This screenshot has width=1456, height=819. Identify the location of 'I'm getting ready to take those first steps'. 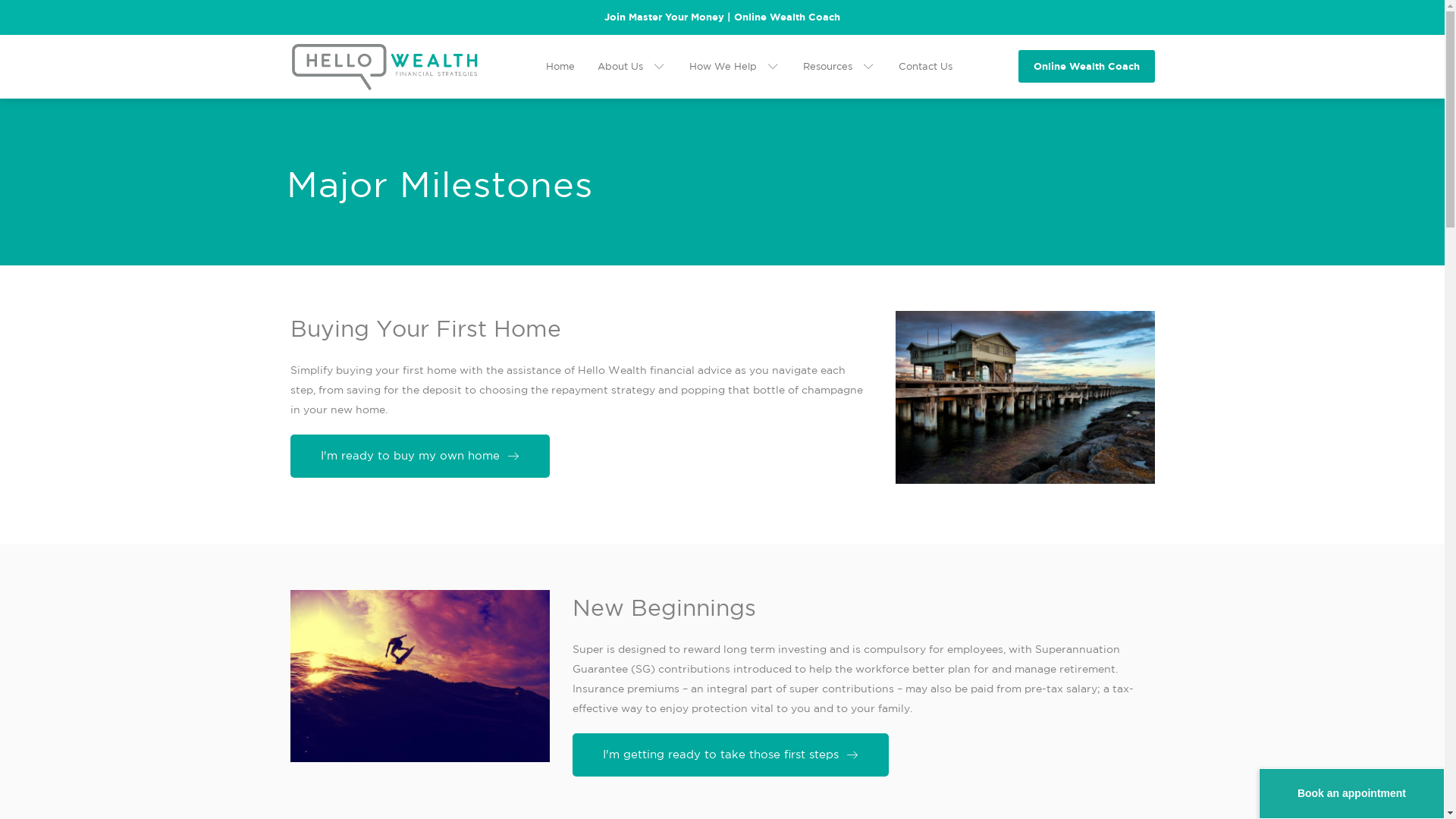
(730, 755).